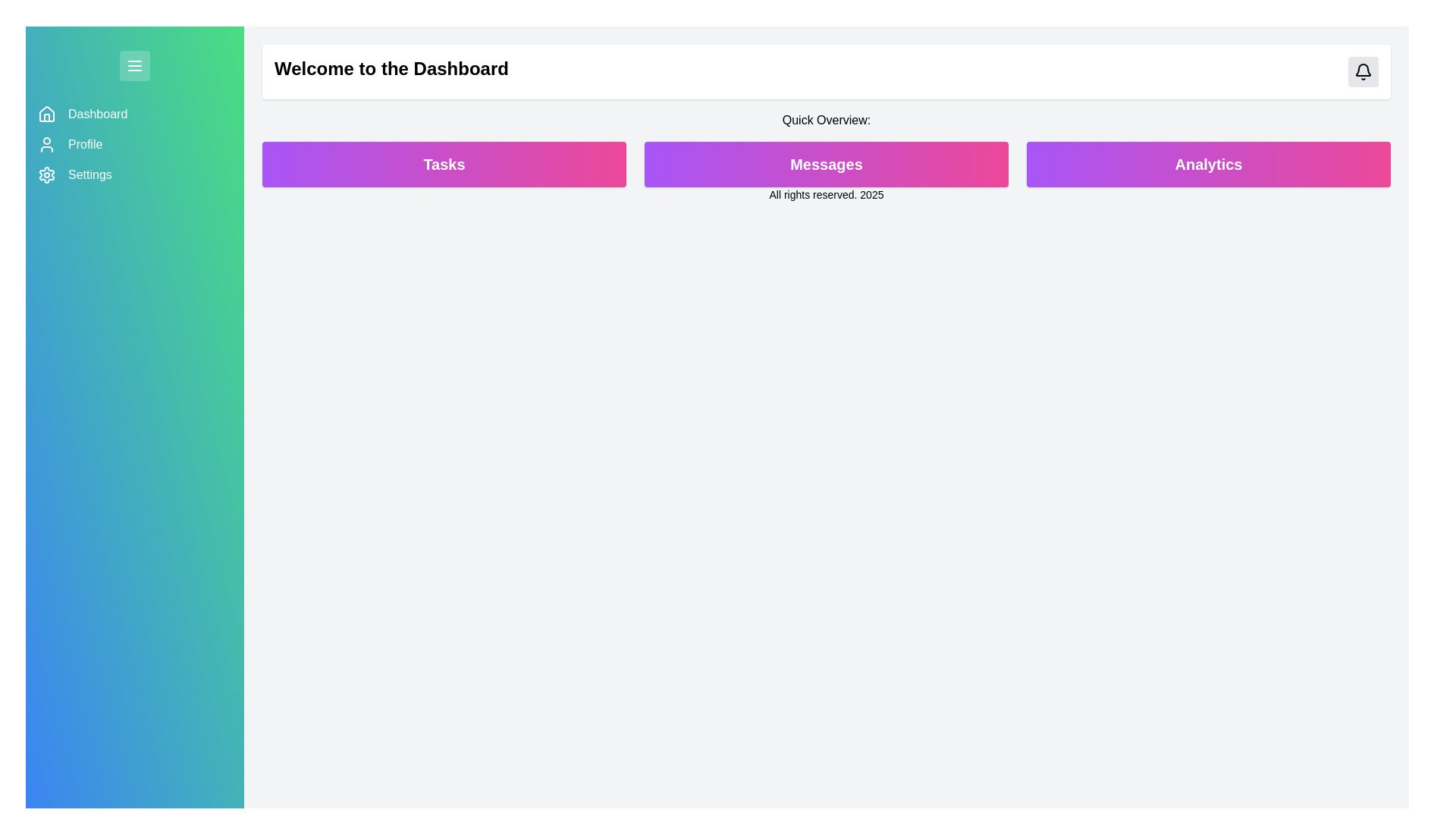 The width and height of the screenshot is (1456, 819). What do you see at coordinates (47, 113) in the screenshot?
I see `the house icon` at bounding box center [47, 113].